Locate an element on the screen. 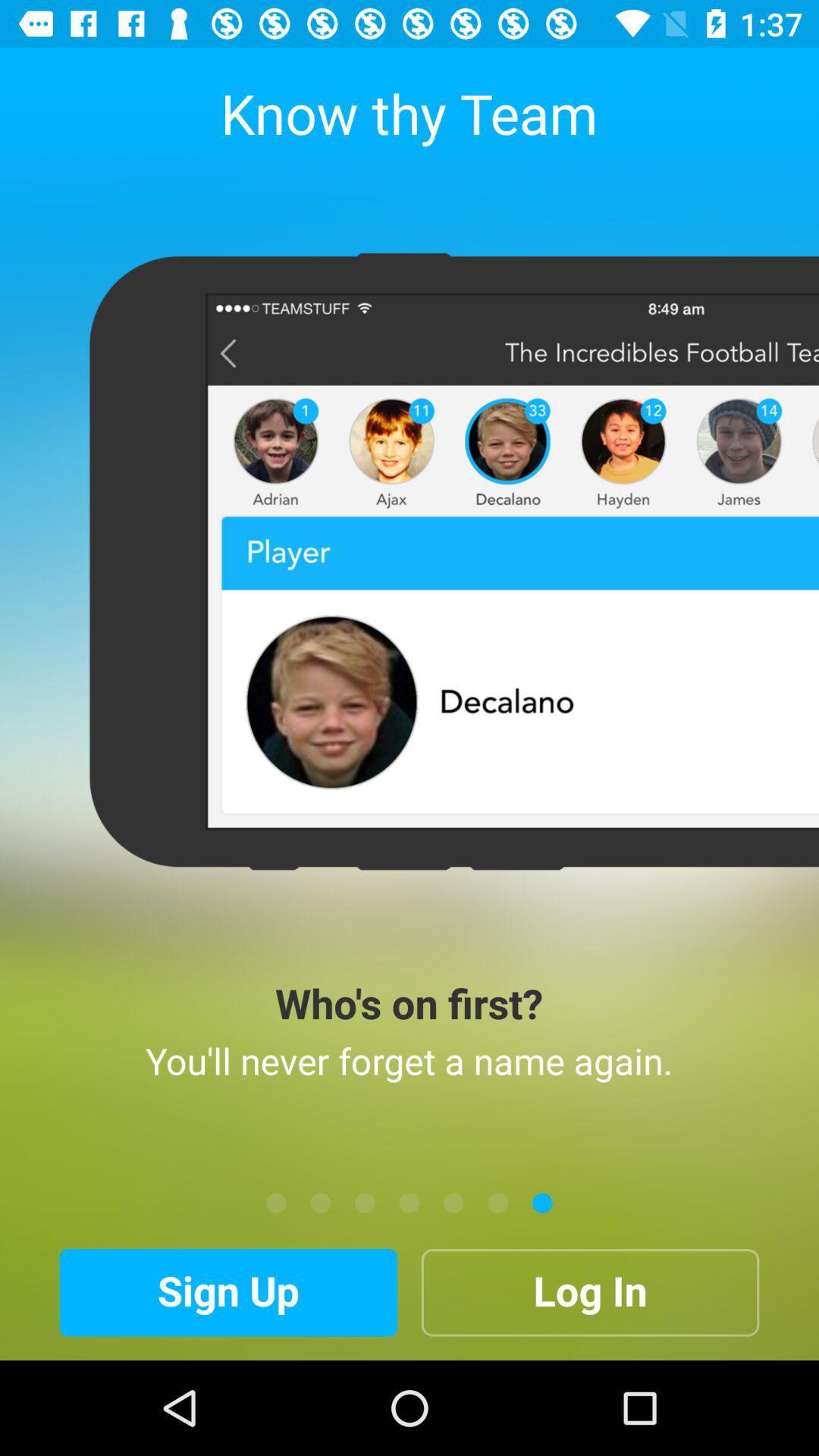  icon above sign up is located at coordinates (320, 1202).